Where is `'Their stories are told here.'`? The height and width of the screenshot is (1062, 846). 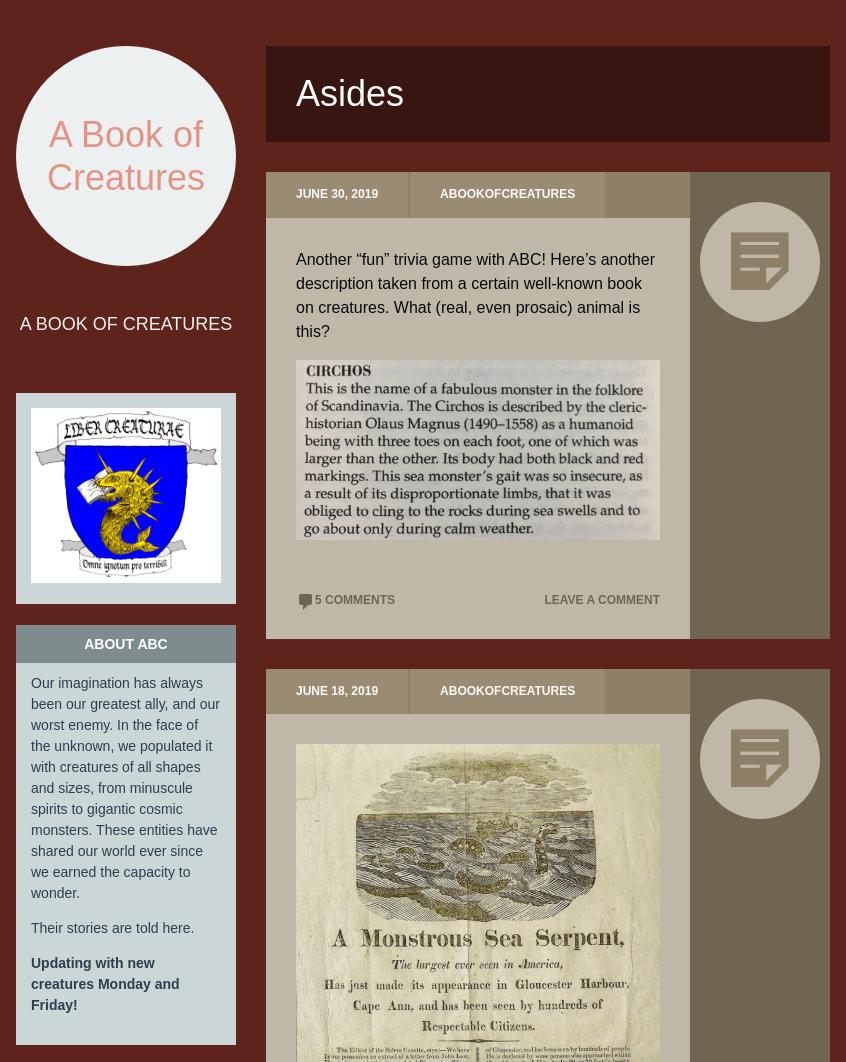 'Their stories are told here.' is located at coordinates (112, 926).